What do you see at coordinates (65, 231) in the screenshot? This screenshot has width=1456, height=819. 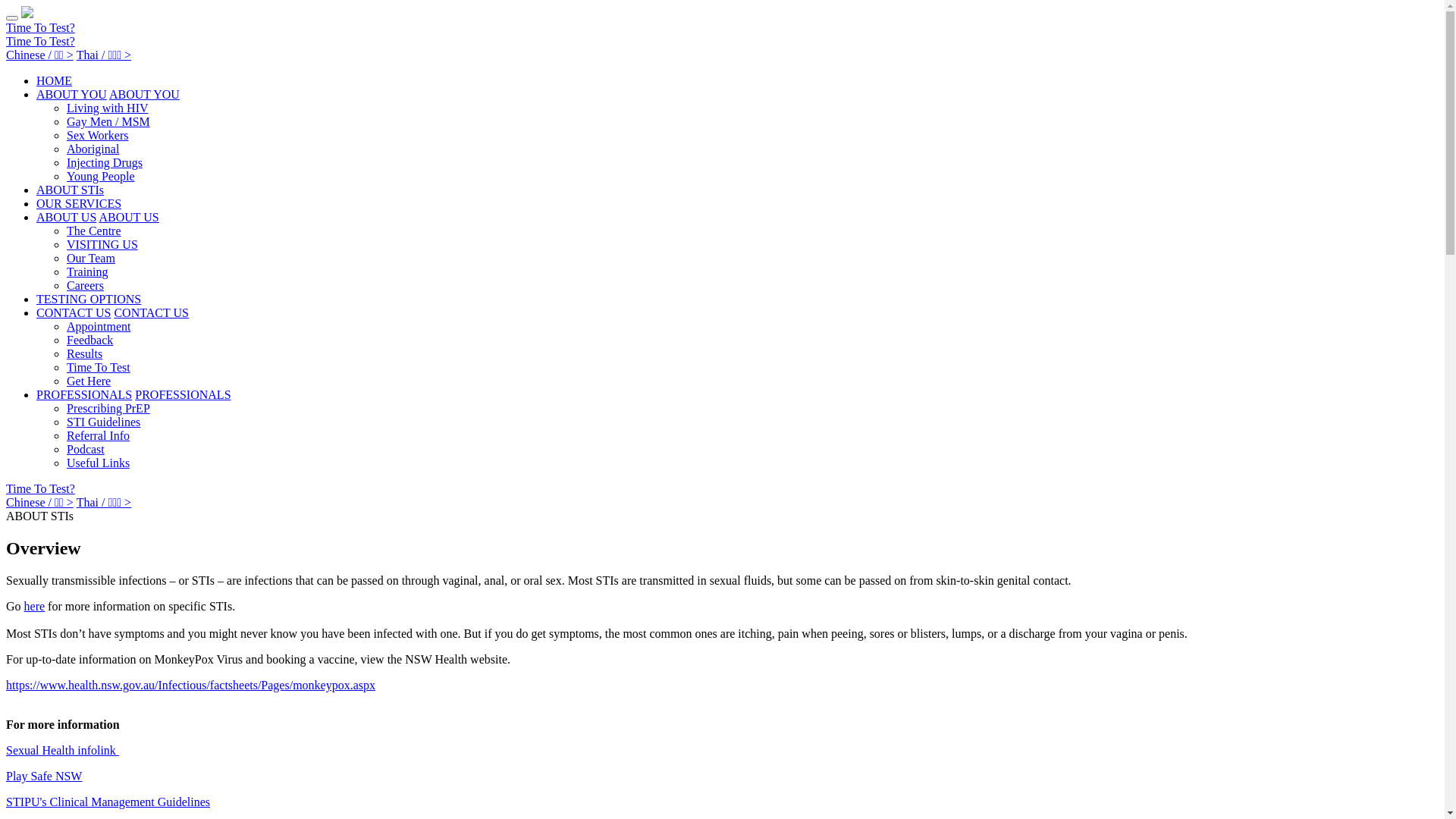 I see `'The Centre'` at bounding box center [65, 231].